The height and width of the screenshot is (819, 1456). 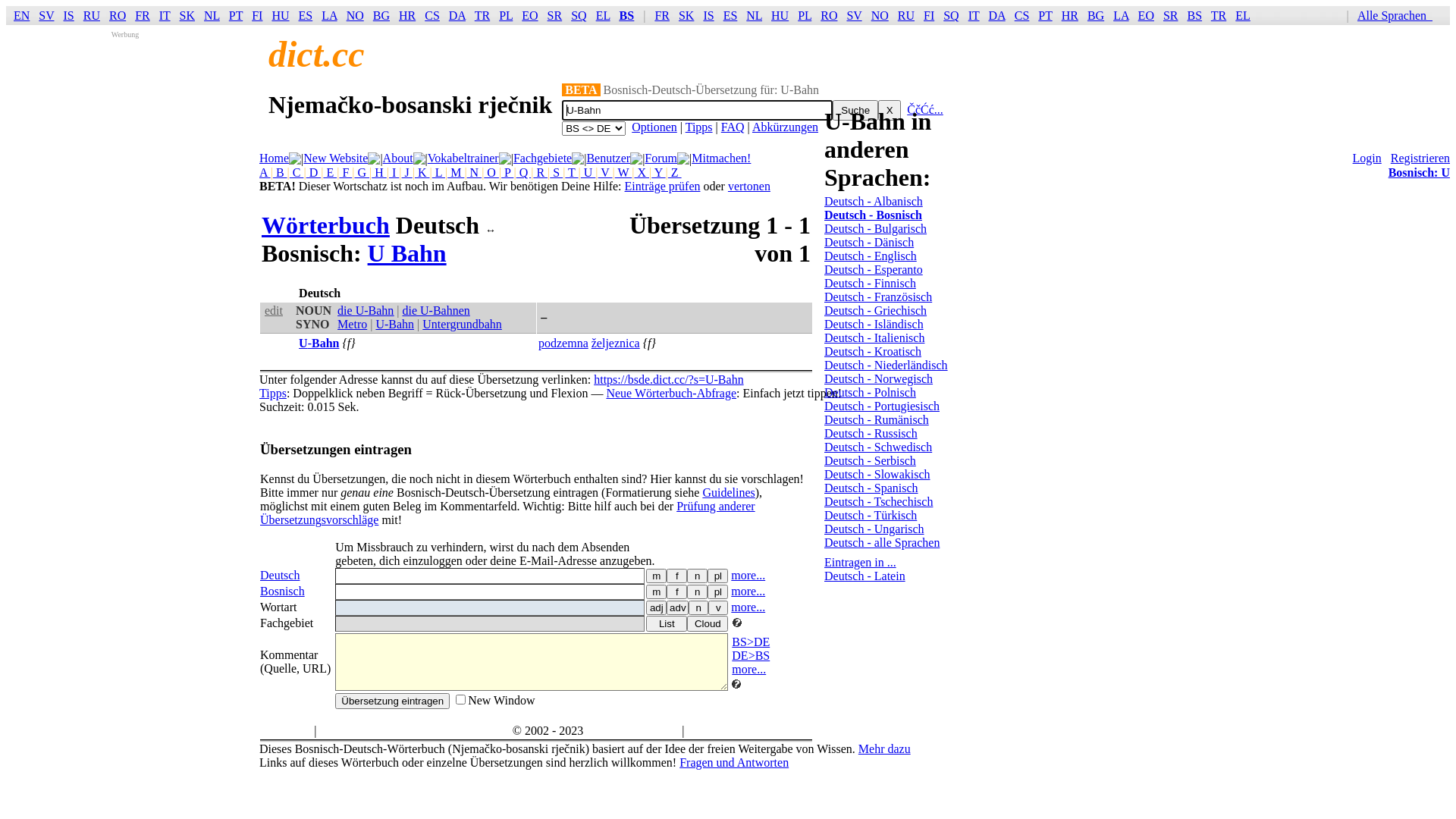 I want to click on 'adv', so click(x=676, y=607).